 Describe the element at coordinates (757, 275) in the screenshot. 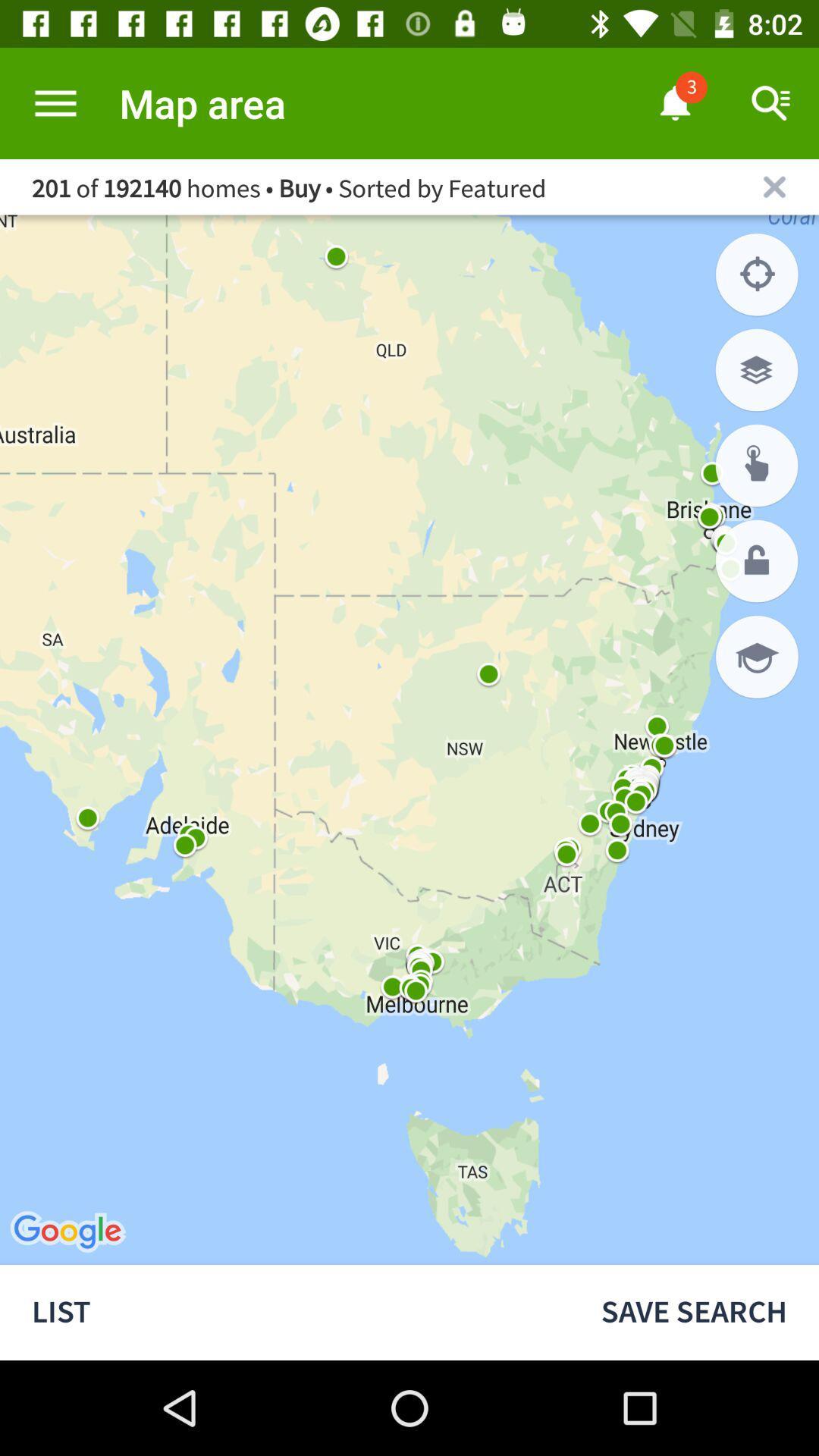

I see `icon below 201 of 192140 item` at that location.